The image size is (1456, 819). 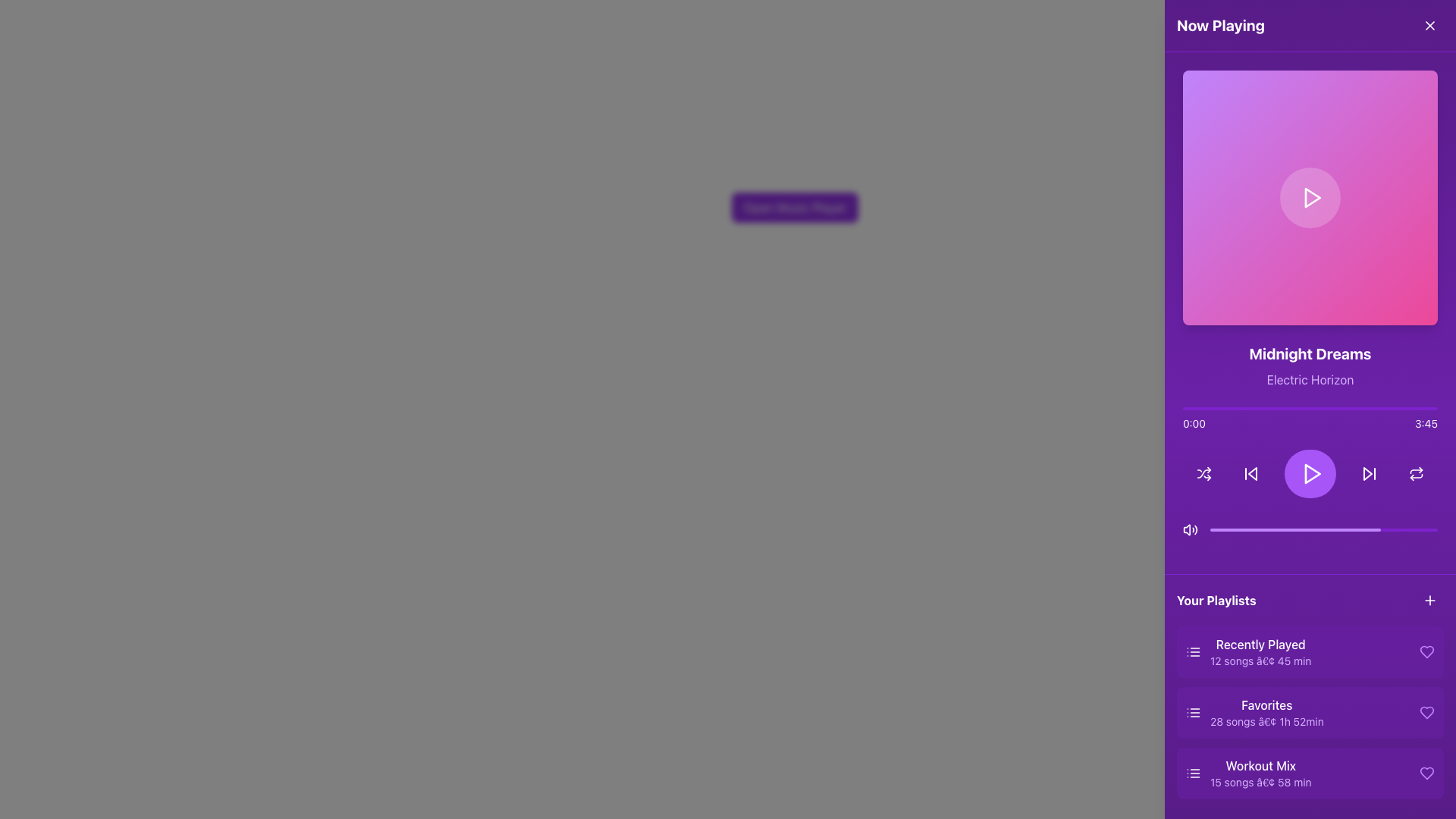 What do you see at coordinates (1310, 651) in the screenshot?
I see `the 'Recently Played' playlist card located in the 'Your Playlists' section under 'Now Playing'` at bounding box center [1310, 651].